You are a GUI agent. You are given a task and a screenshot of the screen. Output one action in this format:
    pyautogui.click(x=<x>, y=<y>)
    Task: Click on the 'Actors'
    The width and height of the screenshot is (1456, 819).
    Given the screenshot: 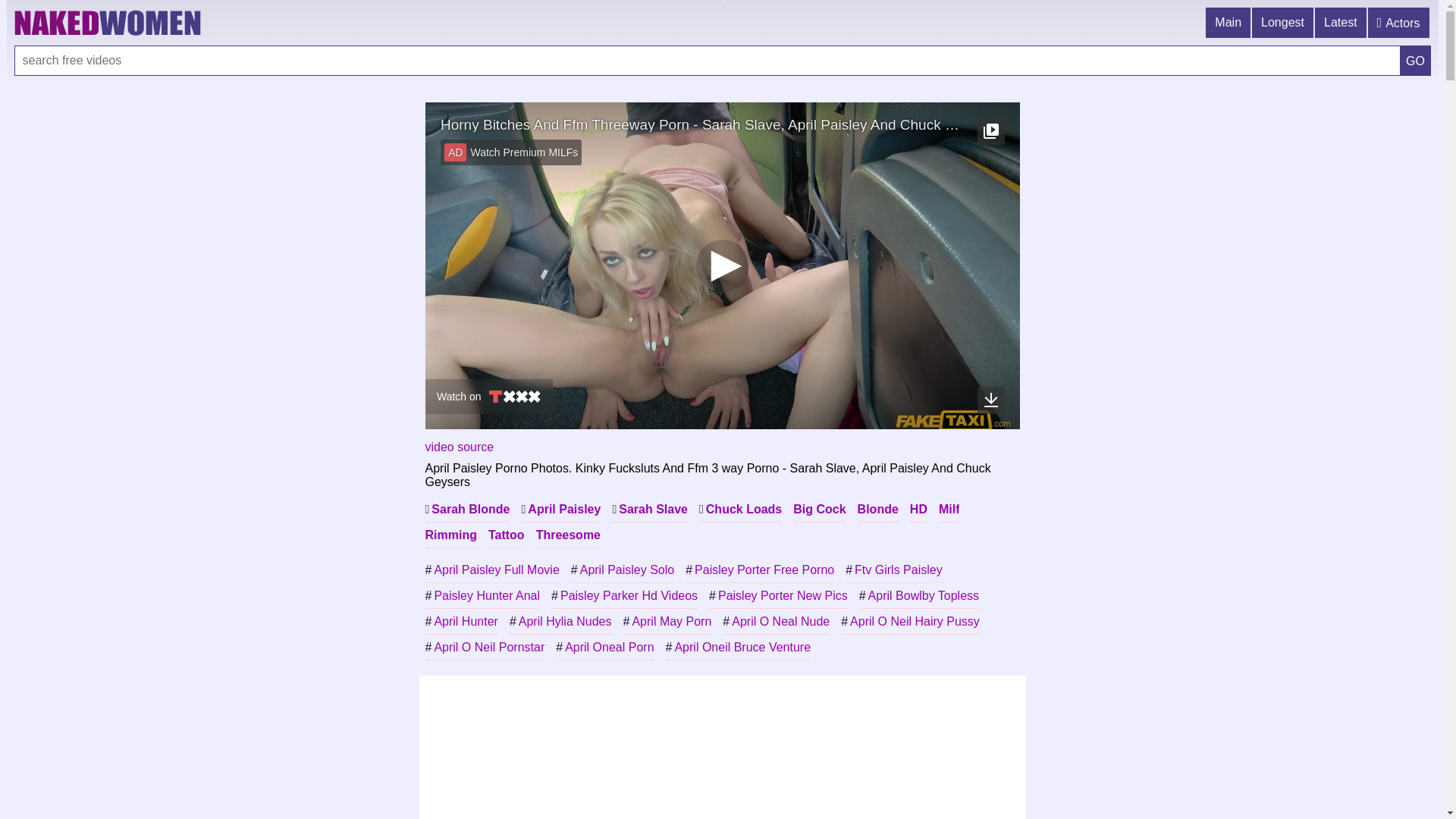 What is the action you would take?
    pyautogui.click(x=1398, y=23)
    